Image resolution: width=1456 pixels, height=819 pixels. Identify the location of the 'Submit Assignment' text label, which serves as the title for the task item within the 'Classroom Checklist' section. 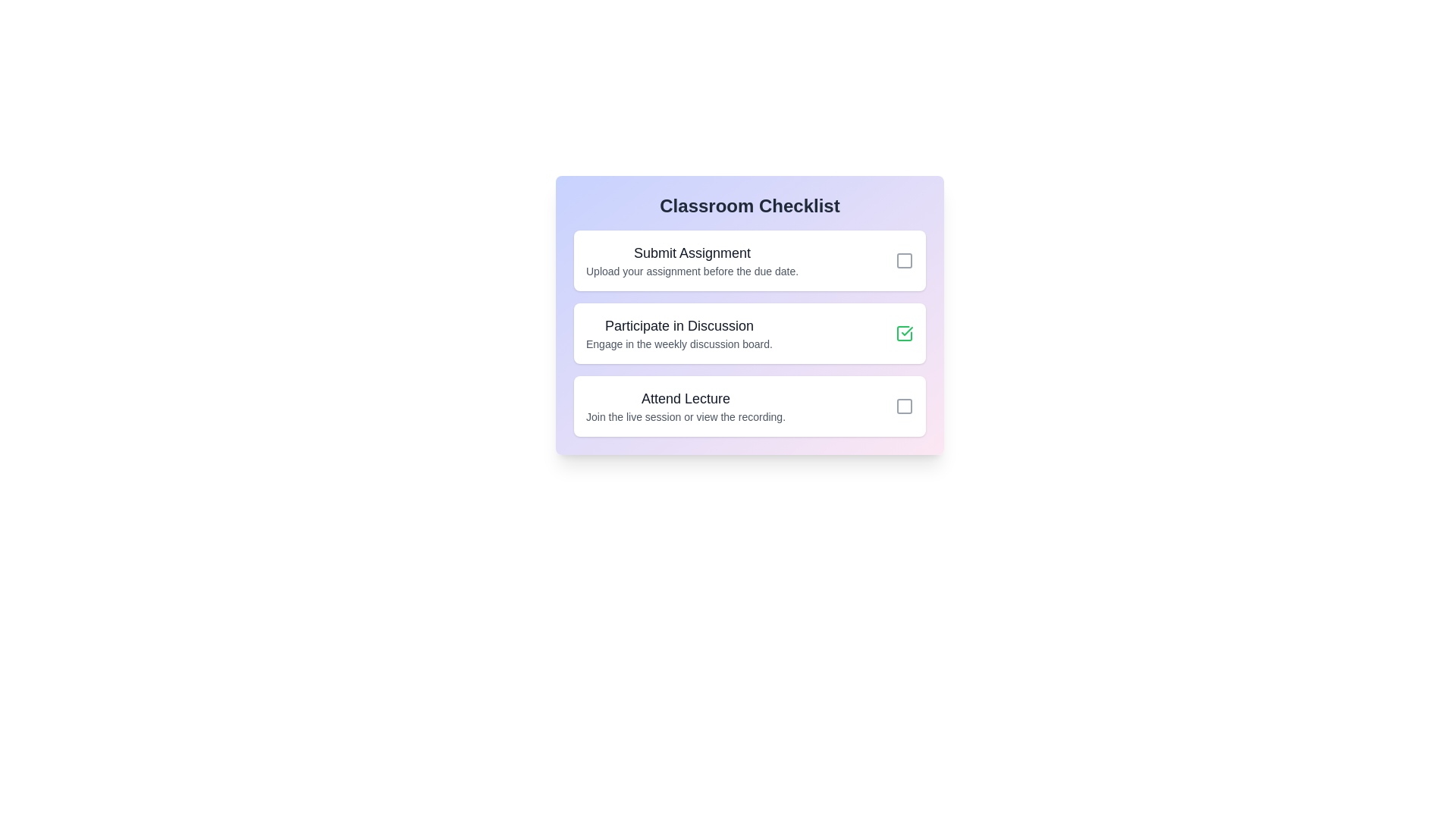
(692, 253).